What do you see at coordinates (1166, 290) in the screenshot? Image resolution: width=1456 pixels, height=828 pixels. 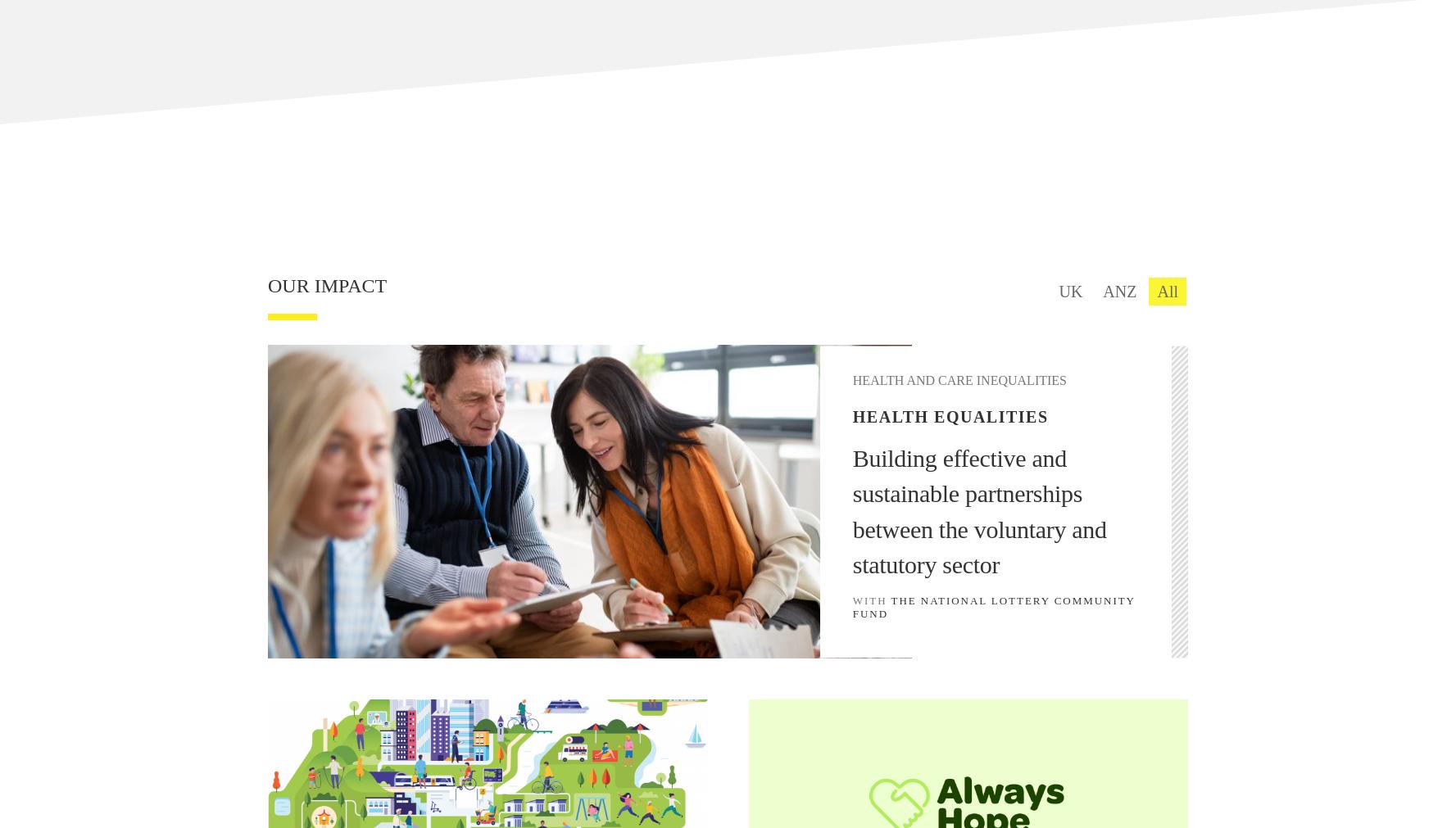 I see `'All'` at bounding box center [1166, 290].